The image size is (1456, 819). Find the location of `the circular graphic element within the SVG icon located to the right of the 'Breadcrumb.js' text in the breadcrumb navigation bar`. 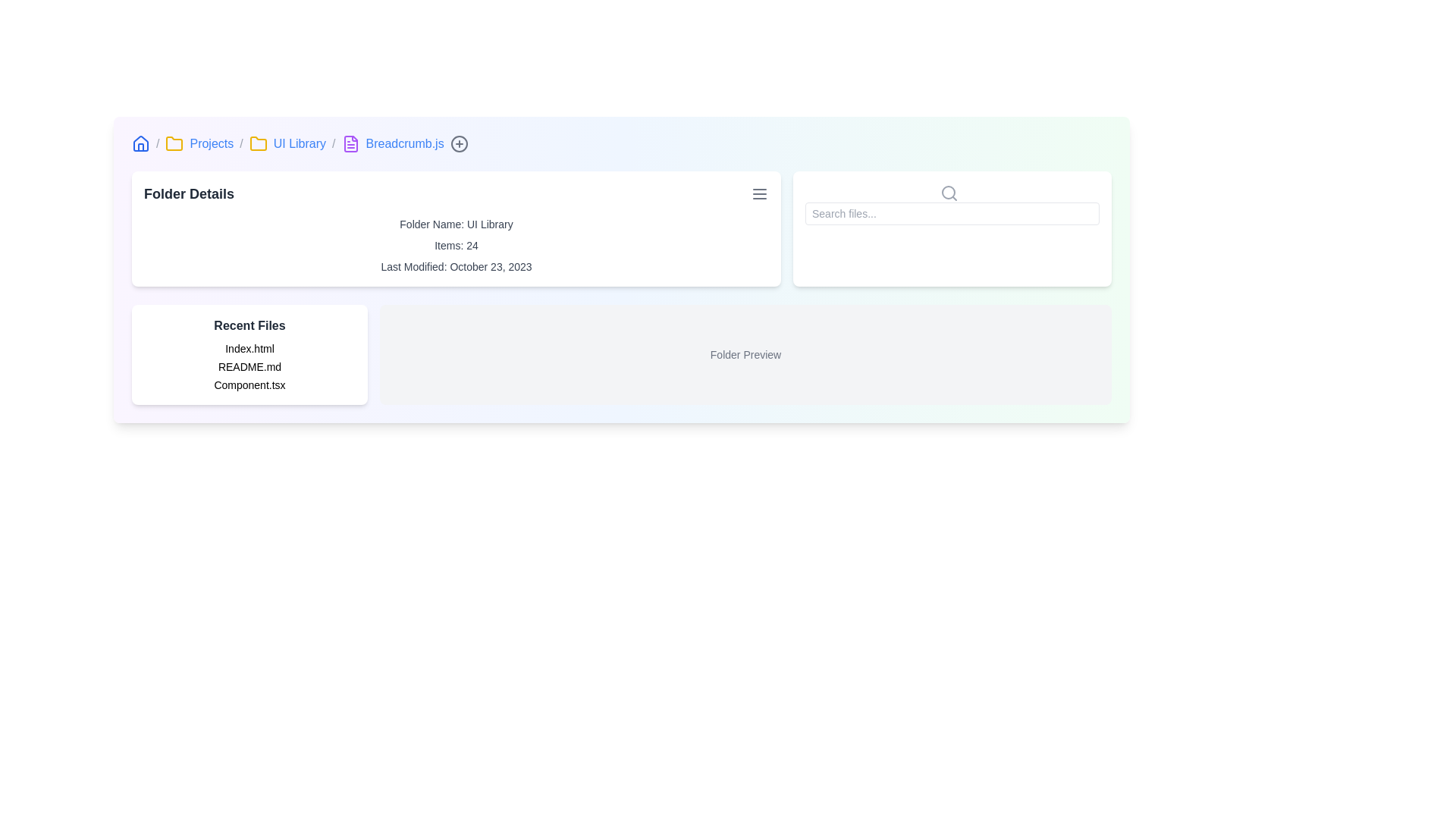

the circular graphic element within the SVG icon located to the right of the 'Breadcrumb.js' text in the breadcrumb navigation bar is located at coordinates (458, 143).